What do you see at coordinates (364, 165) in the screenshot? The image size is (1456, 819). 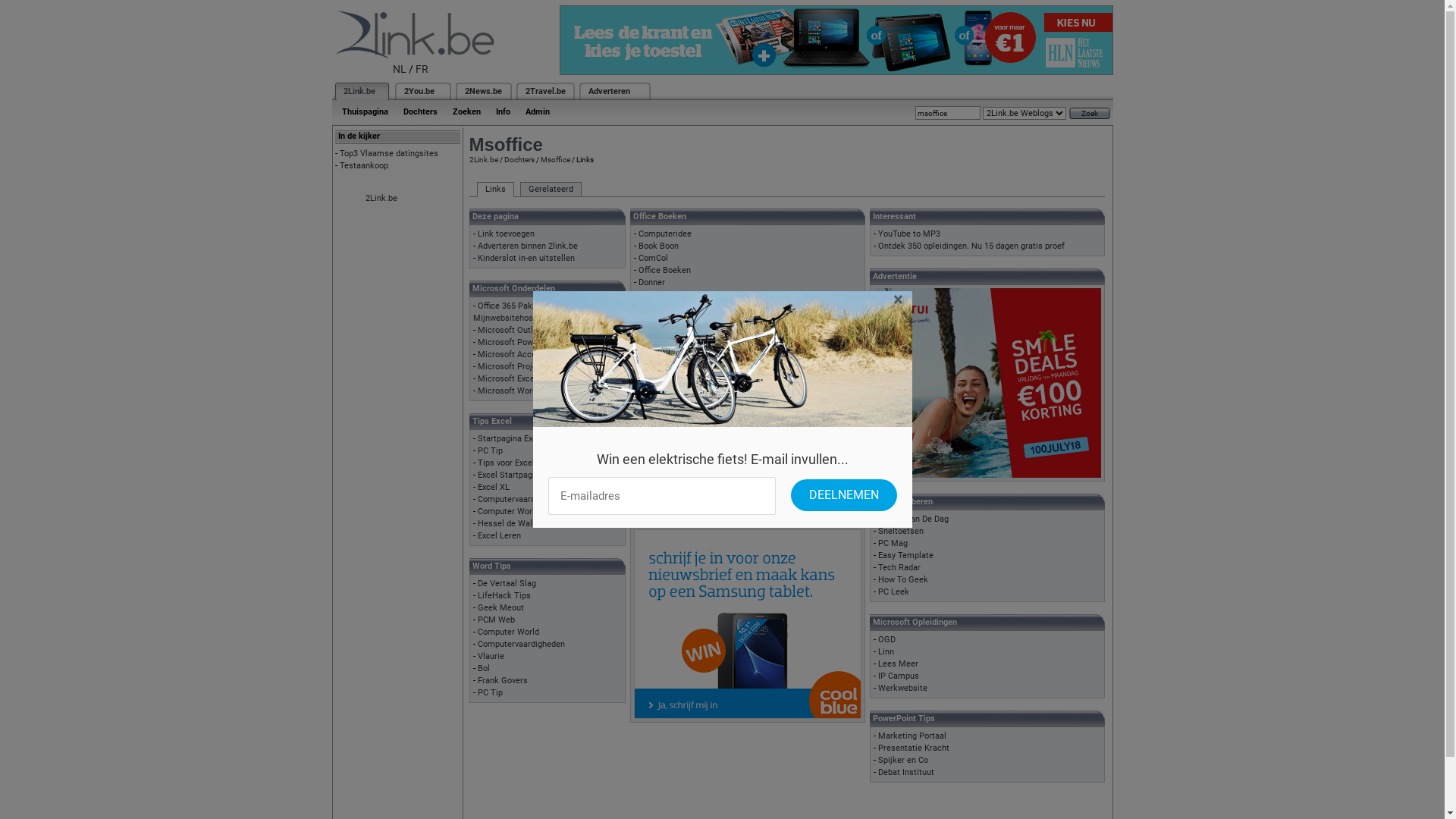 I see `'Testaankoop'` at bounding box center [364, 165].